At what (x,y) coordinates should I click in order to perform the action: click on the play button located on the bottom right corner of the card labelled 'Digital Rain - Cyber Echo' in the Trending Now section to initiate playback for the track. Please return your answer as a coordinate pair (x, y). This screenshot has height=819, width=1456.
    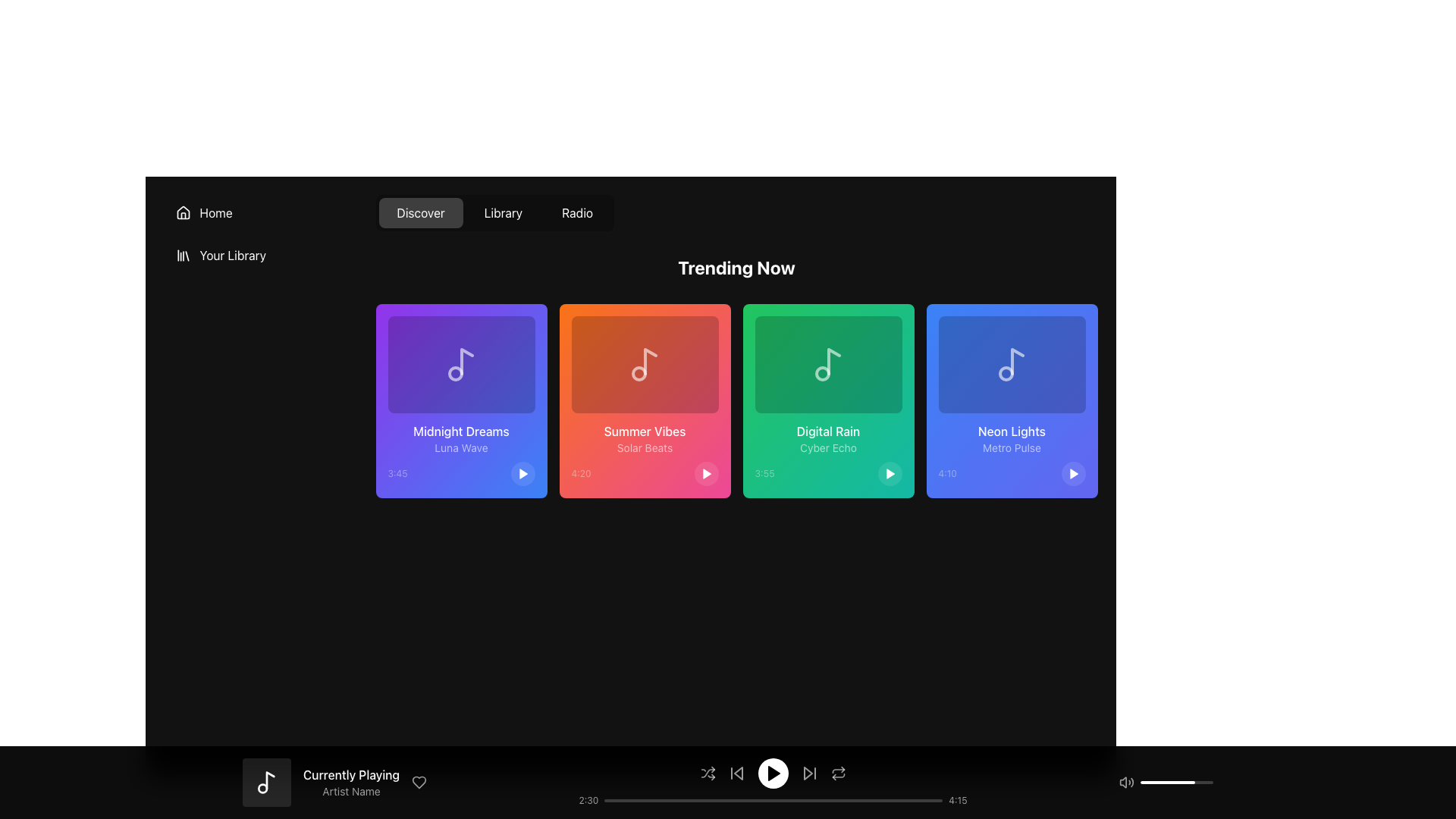
    Looking at the image, I should click on (827, 472).